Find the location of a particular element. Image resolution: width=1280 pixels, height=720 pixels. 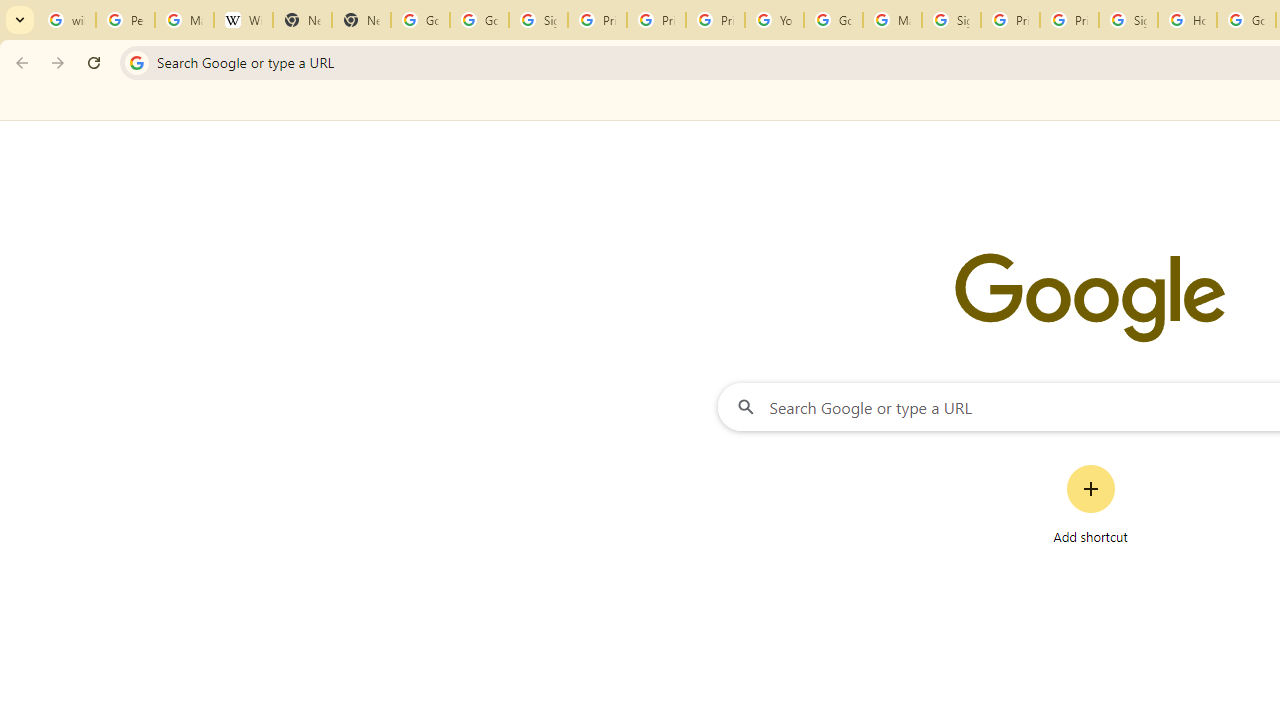

'New Tab' is located at coordinates (301, 20).